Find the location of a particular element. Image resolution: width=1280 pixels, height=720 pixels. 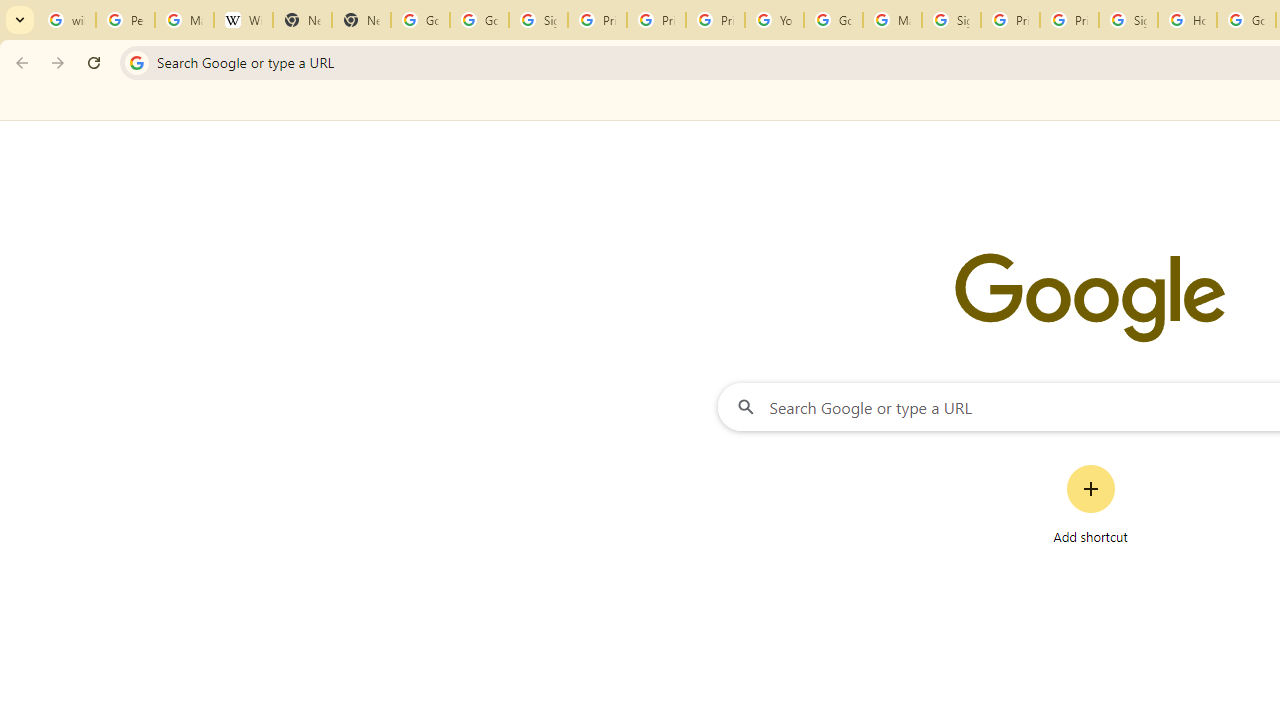

'New Tab' is located at coordinates (301, 20).